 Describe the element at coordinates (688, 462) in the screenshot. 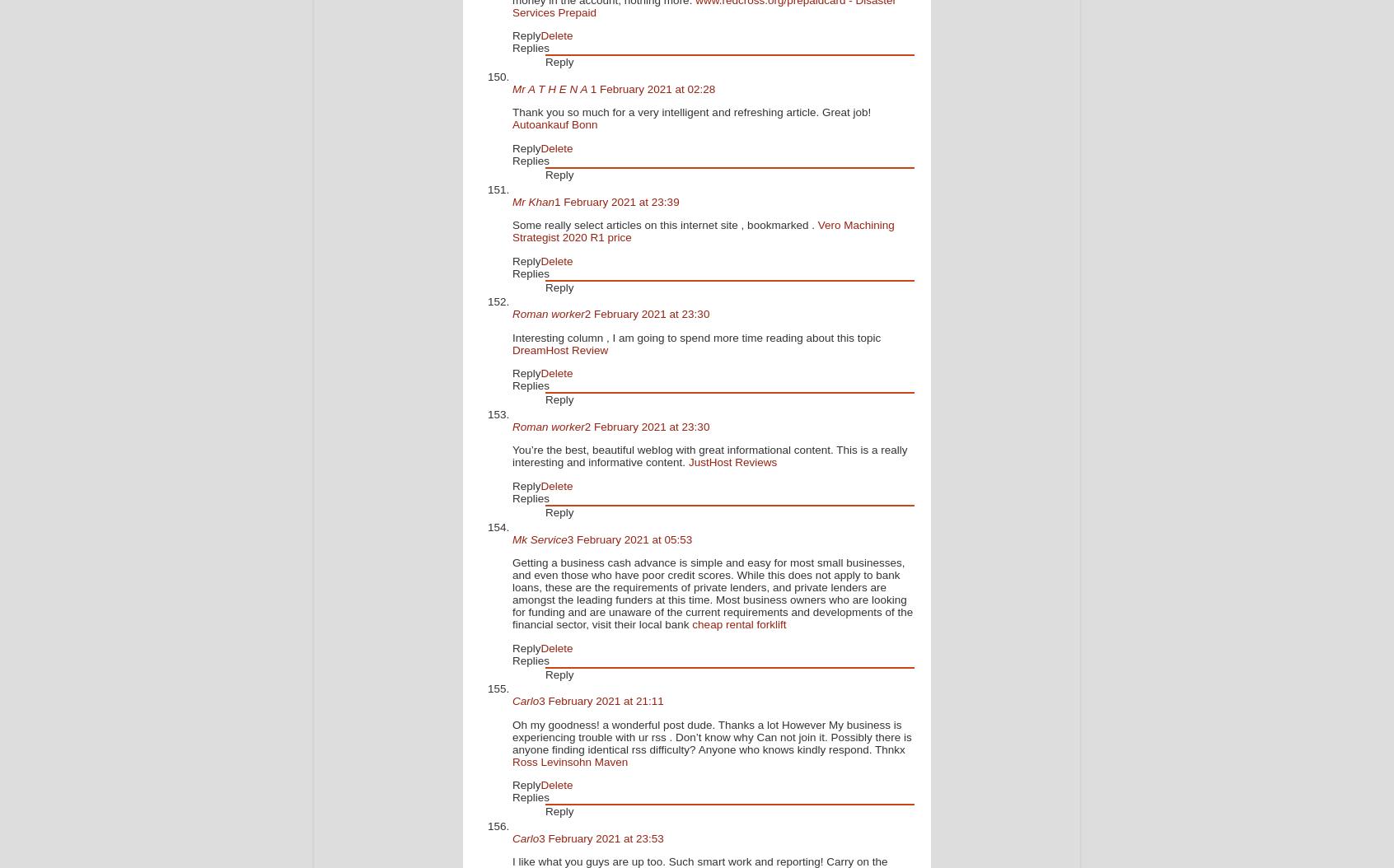

I see `'JustHost Reviews'` at that location.